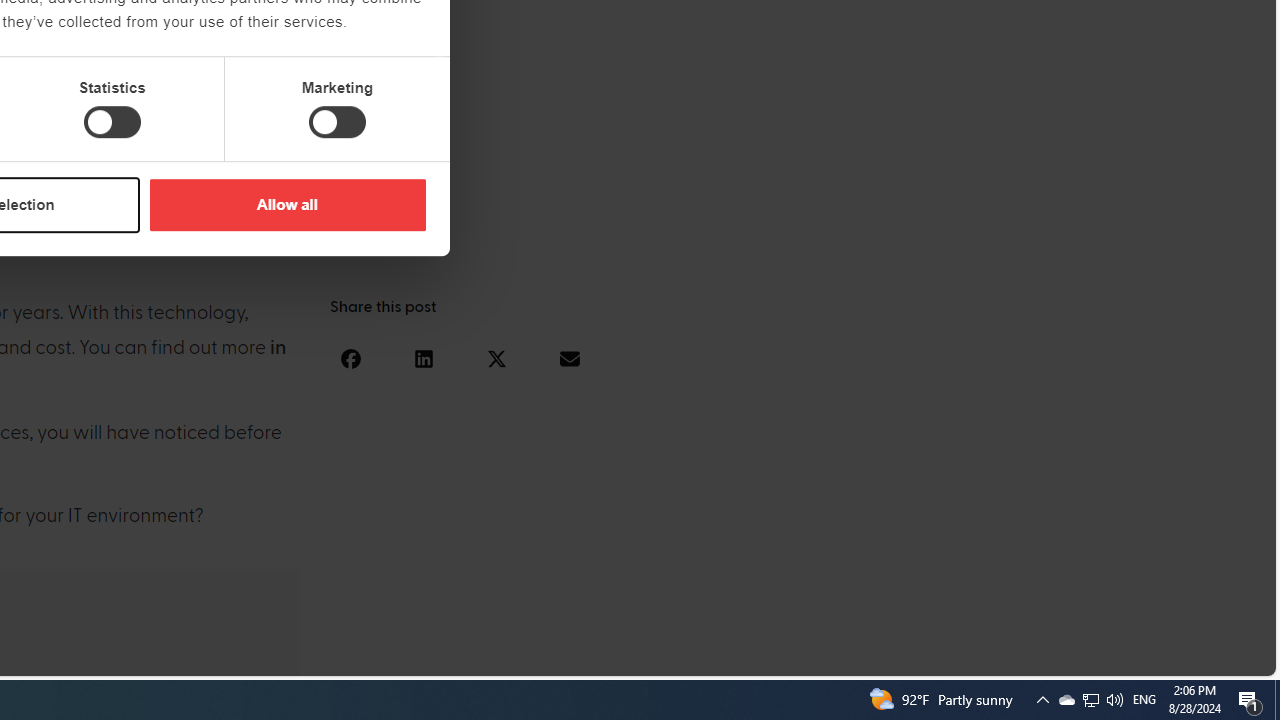  I want to click on 'Statistics', so click(111, 122).